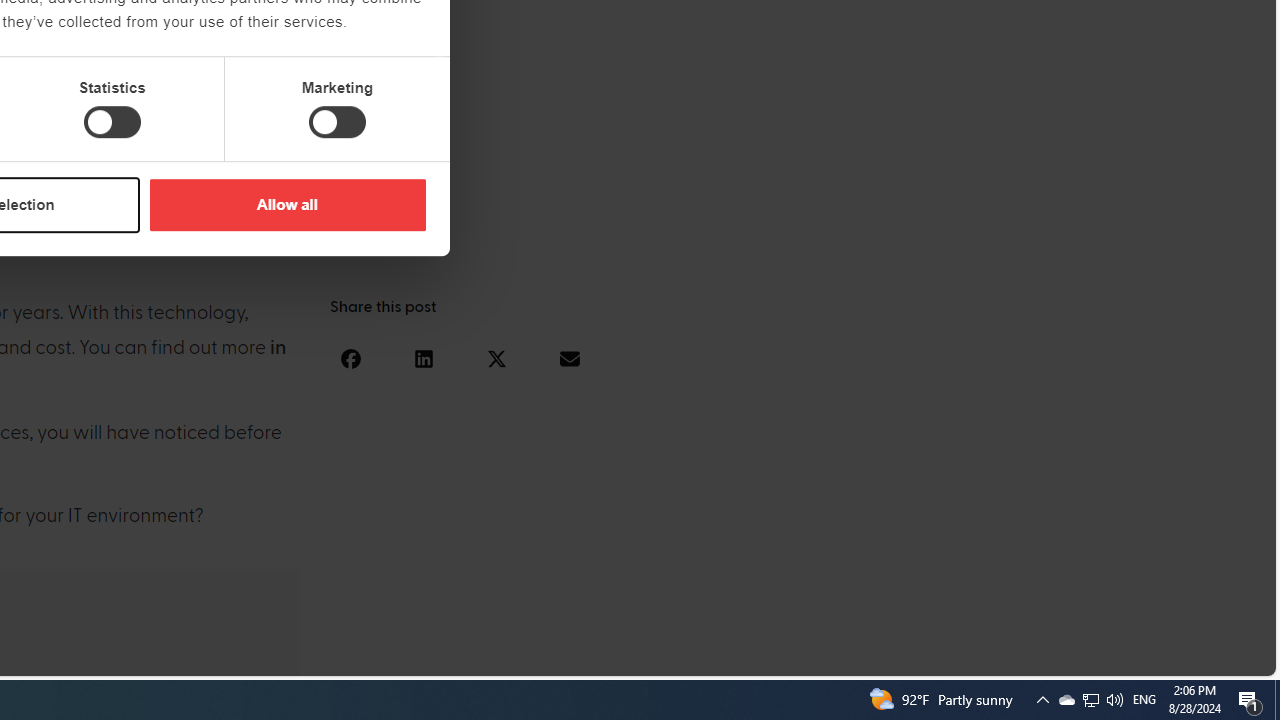  I want to click on 'Statistics', so click(111, 122).